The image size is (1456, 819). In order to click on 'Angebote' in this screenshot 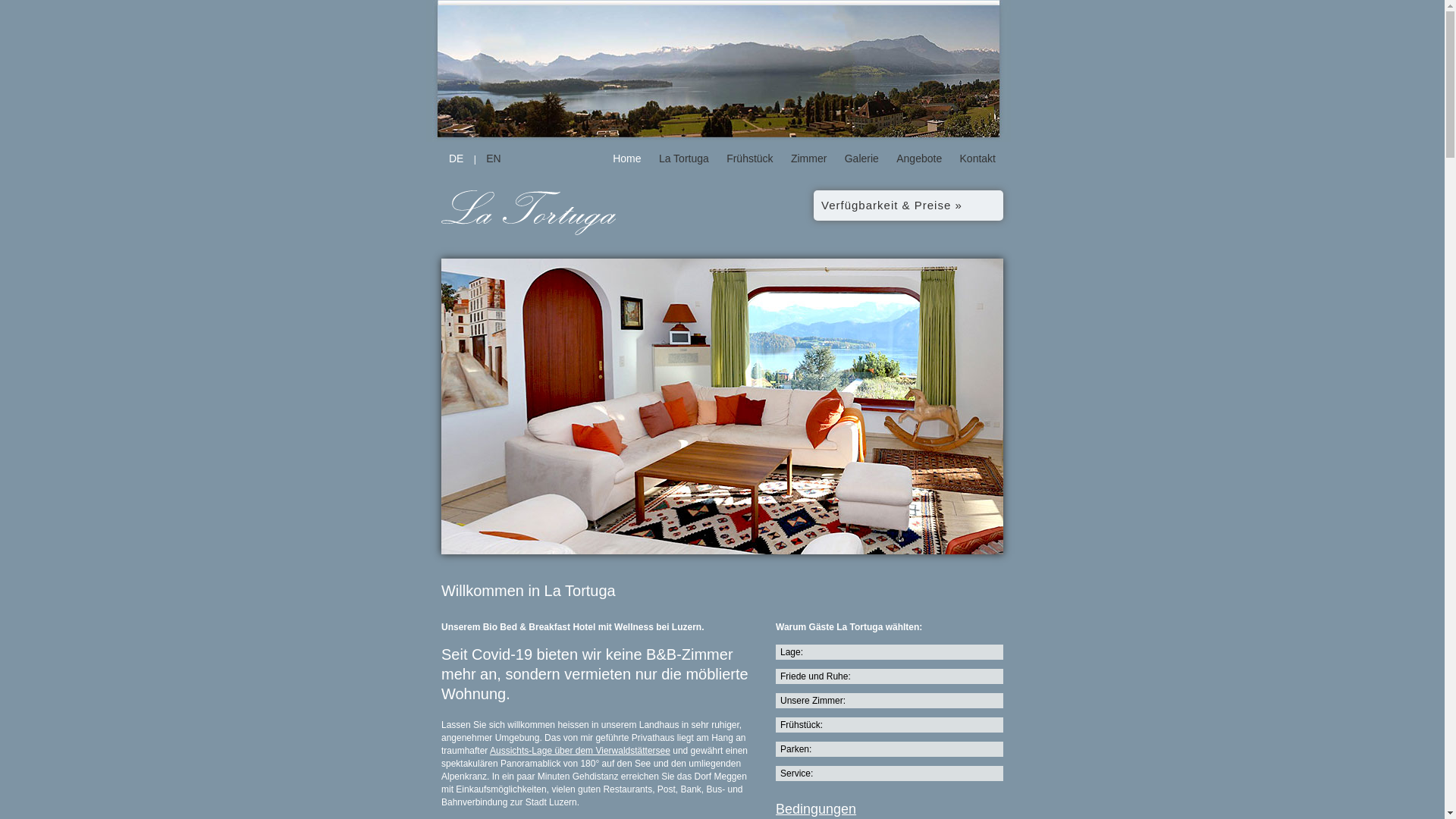, I will do `click(918, 158)`.